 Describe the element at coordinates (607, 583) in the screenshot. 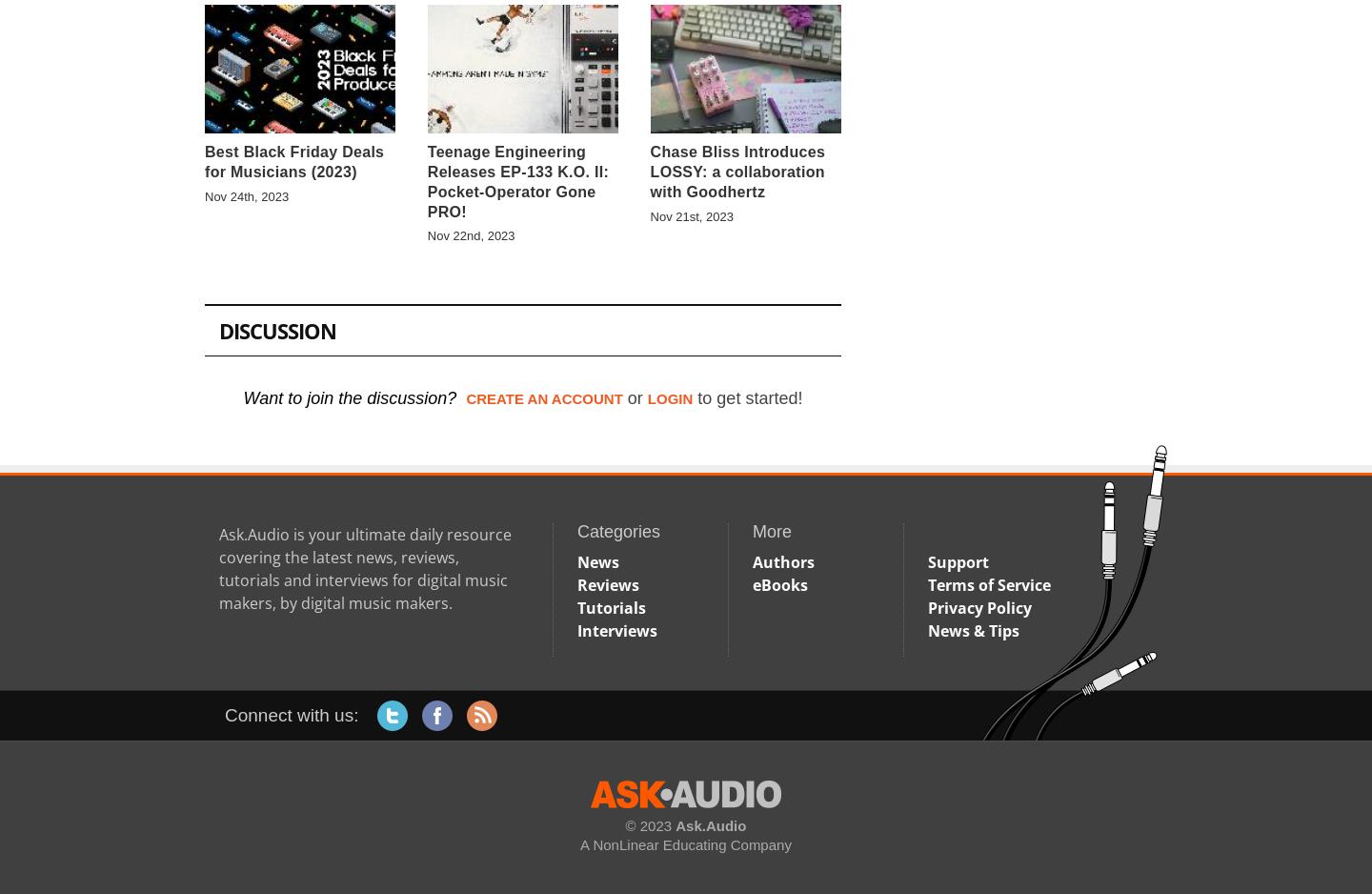

I see `'Reviews'` at that location.